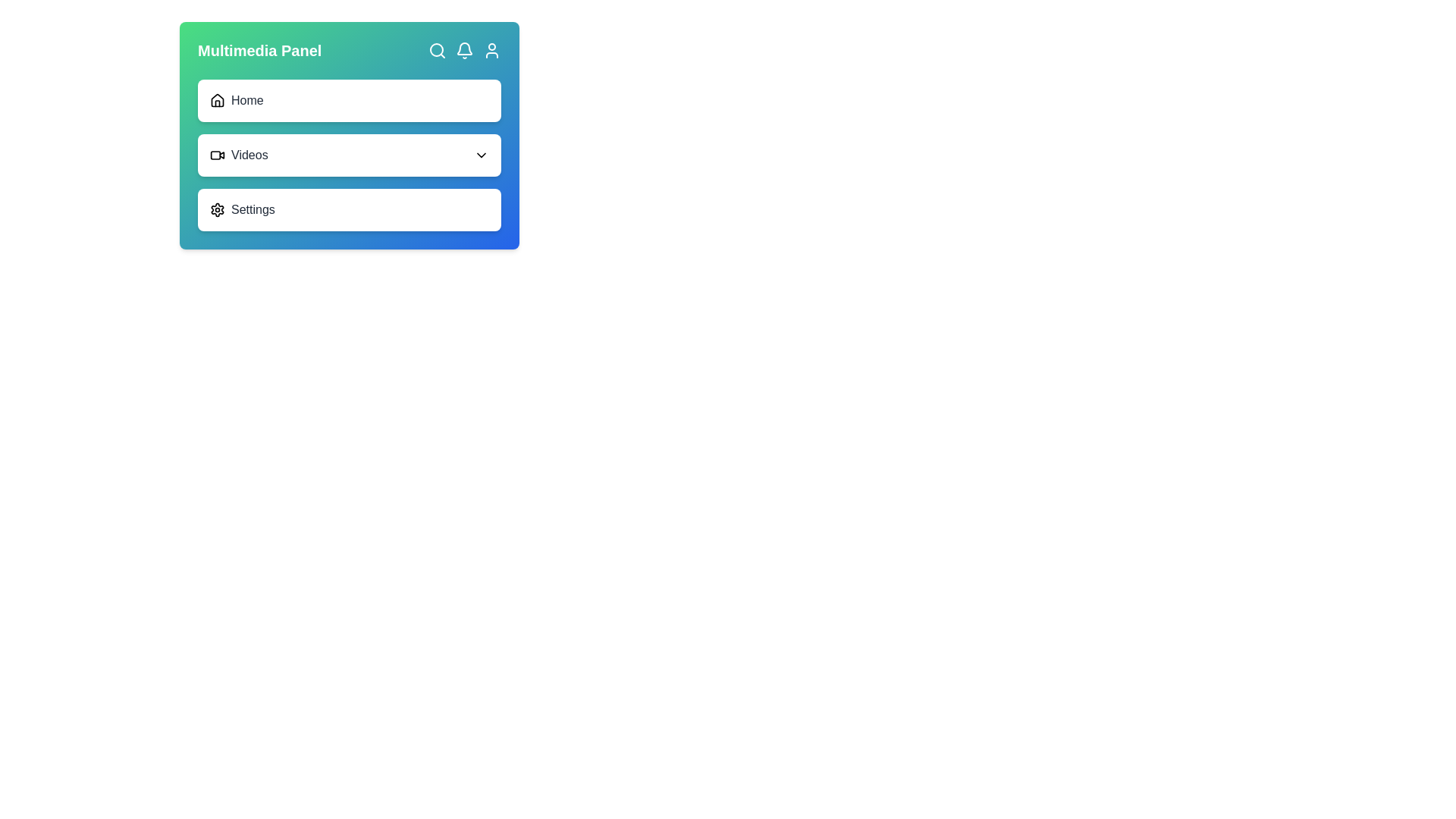  I want to click on the house-shaped icon located in the upper-left section of the Multimedia Panel, so click(217, 100).